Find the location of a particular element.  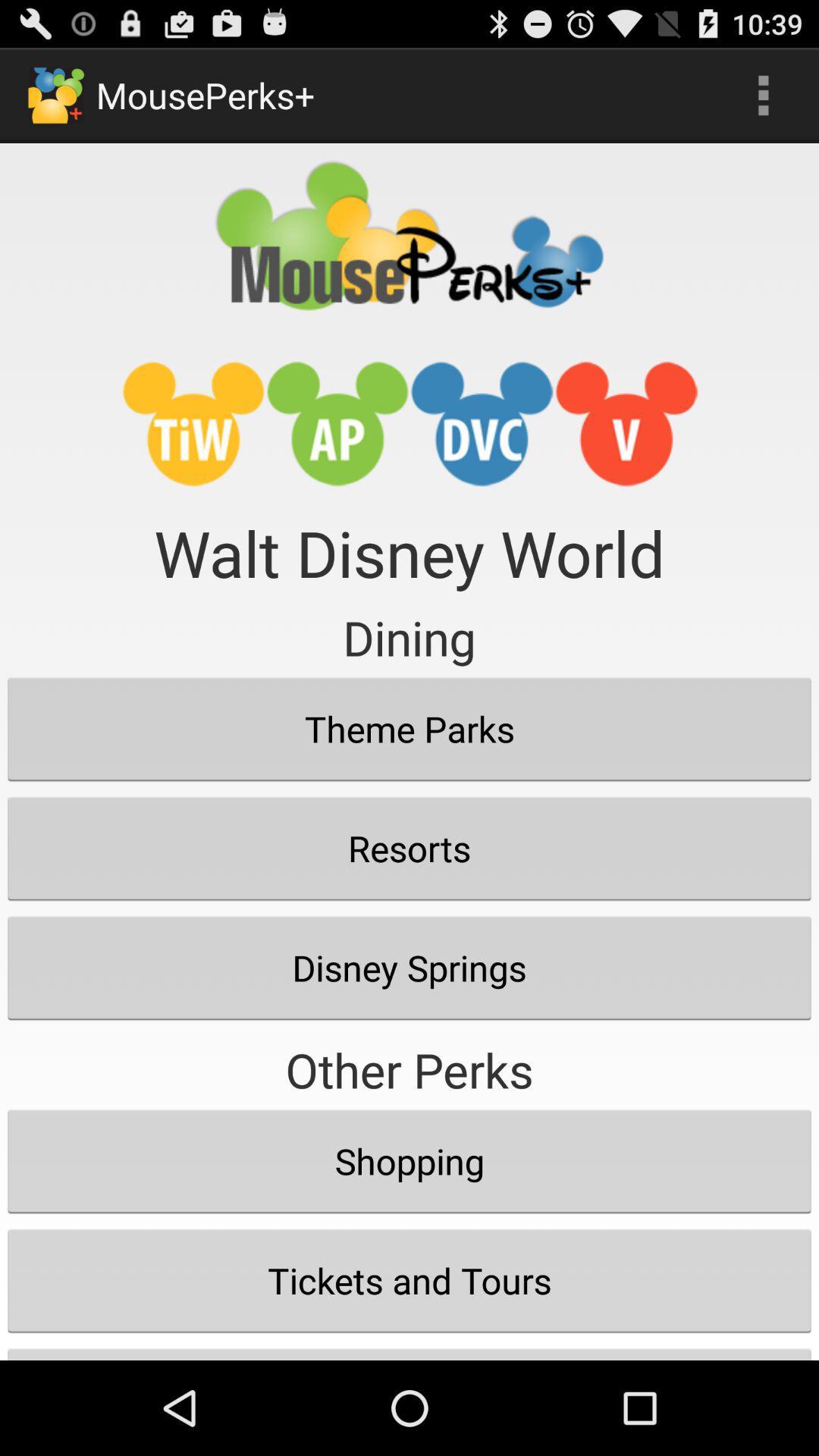

shopping is located at coordinates (409, 1160).